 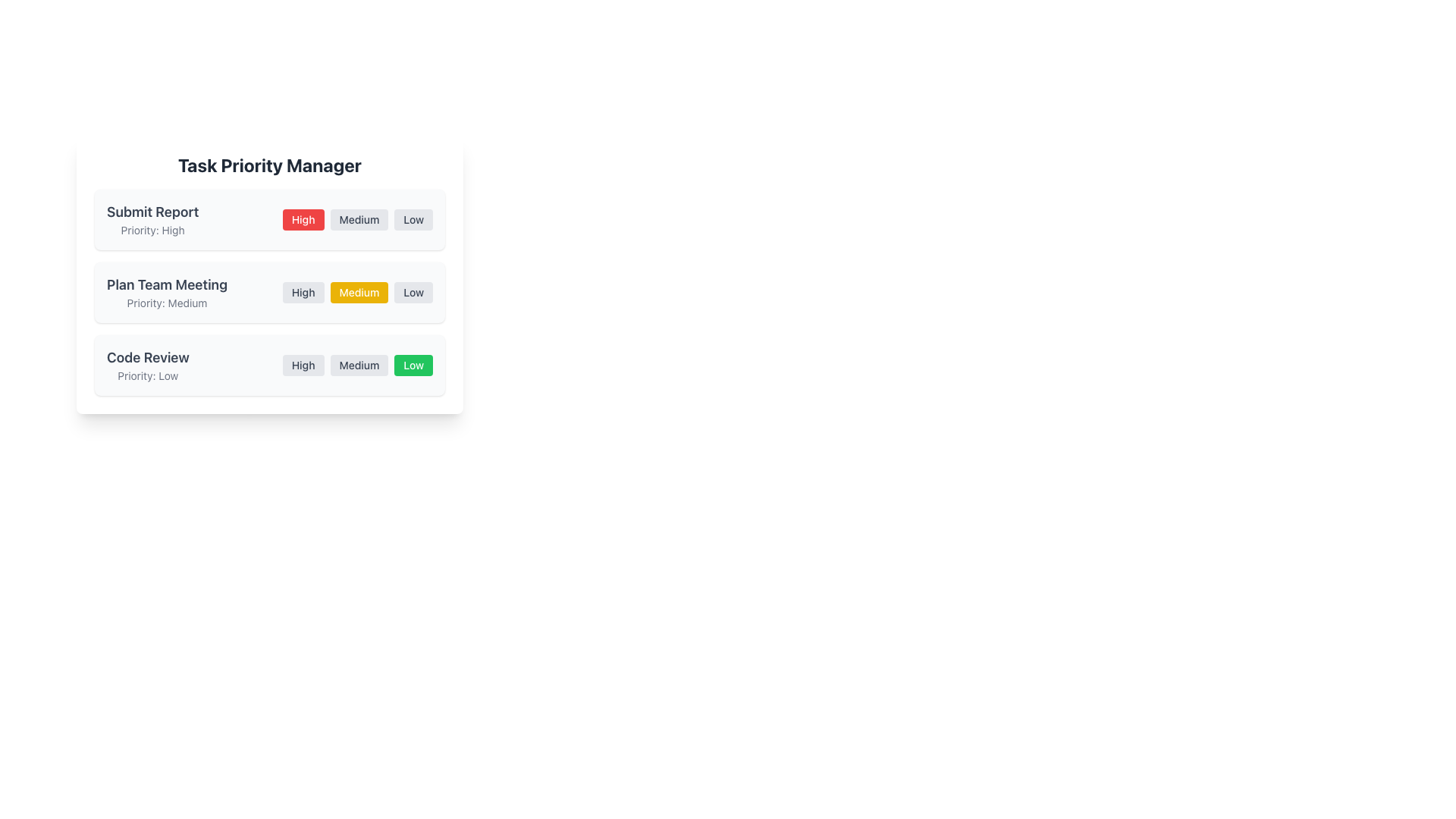 What do you see at coordinates (359, 292) in the screenshot?
I see `the 'Medium Priority' button in the 'Plan Team Meeting' section of the 'Task Priority Manager' interface` at bounding box center [359, 292].